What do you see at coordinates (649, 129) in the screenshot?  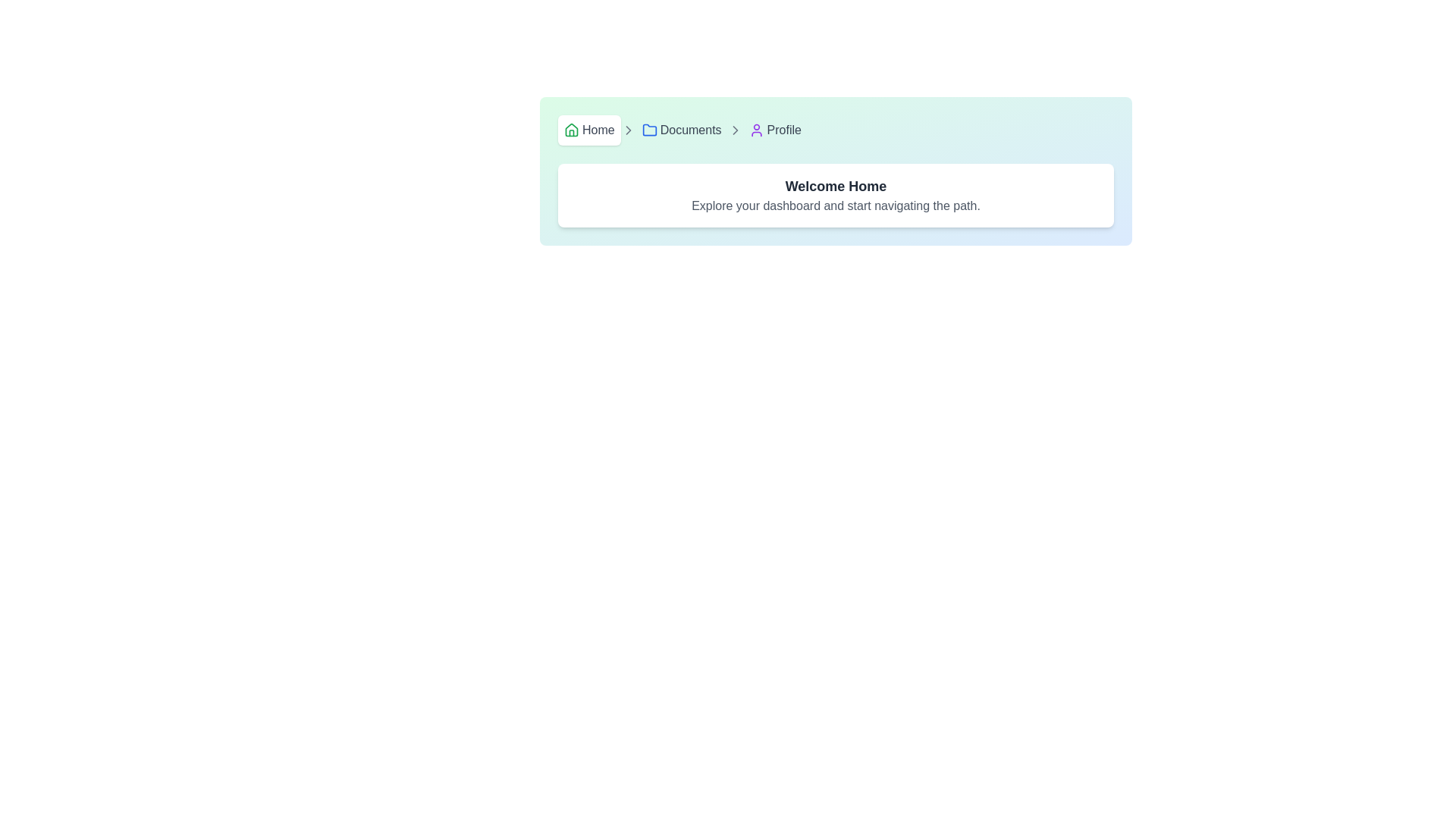 I see `the blue folder-shaped vector icon located in the breadcrumb navigation bar, positioned directly left of the 'Documents' label` at bounding box center [649, 129].